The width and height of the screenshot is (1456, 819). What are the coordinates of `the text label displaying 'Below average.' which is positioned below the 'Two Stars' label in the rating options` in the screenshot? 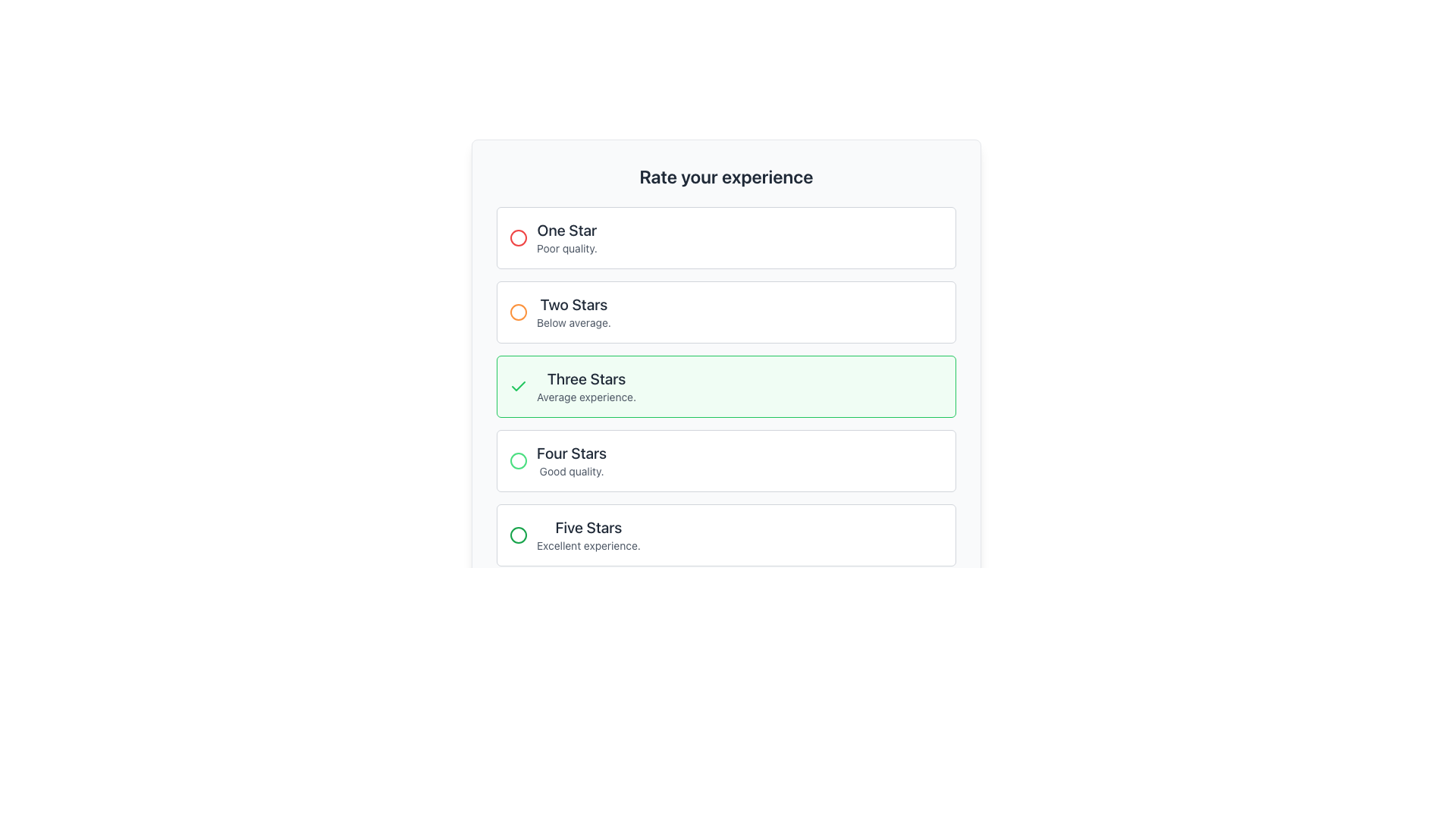 It's located at (573, 322).